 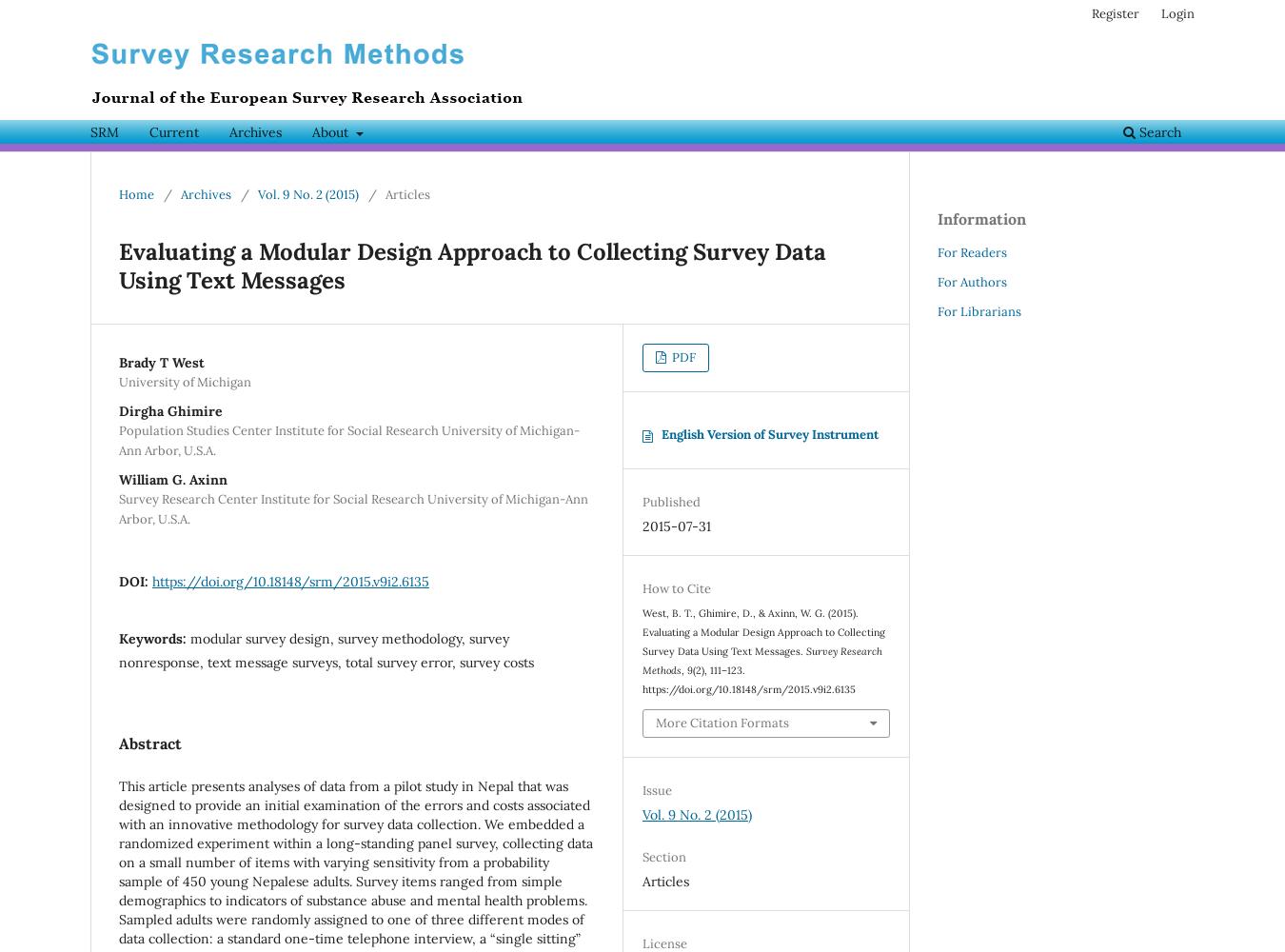 What do you see at coordinates (1157, 132) in the screenshot?
I see `'Search'` at bounding box center [1157, 132].